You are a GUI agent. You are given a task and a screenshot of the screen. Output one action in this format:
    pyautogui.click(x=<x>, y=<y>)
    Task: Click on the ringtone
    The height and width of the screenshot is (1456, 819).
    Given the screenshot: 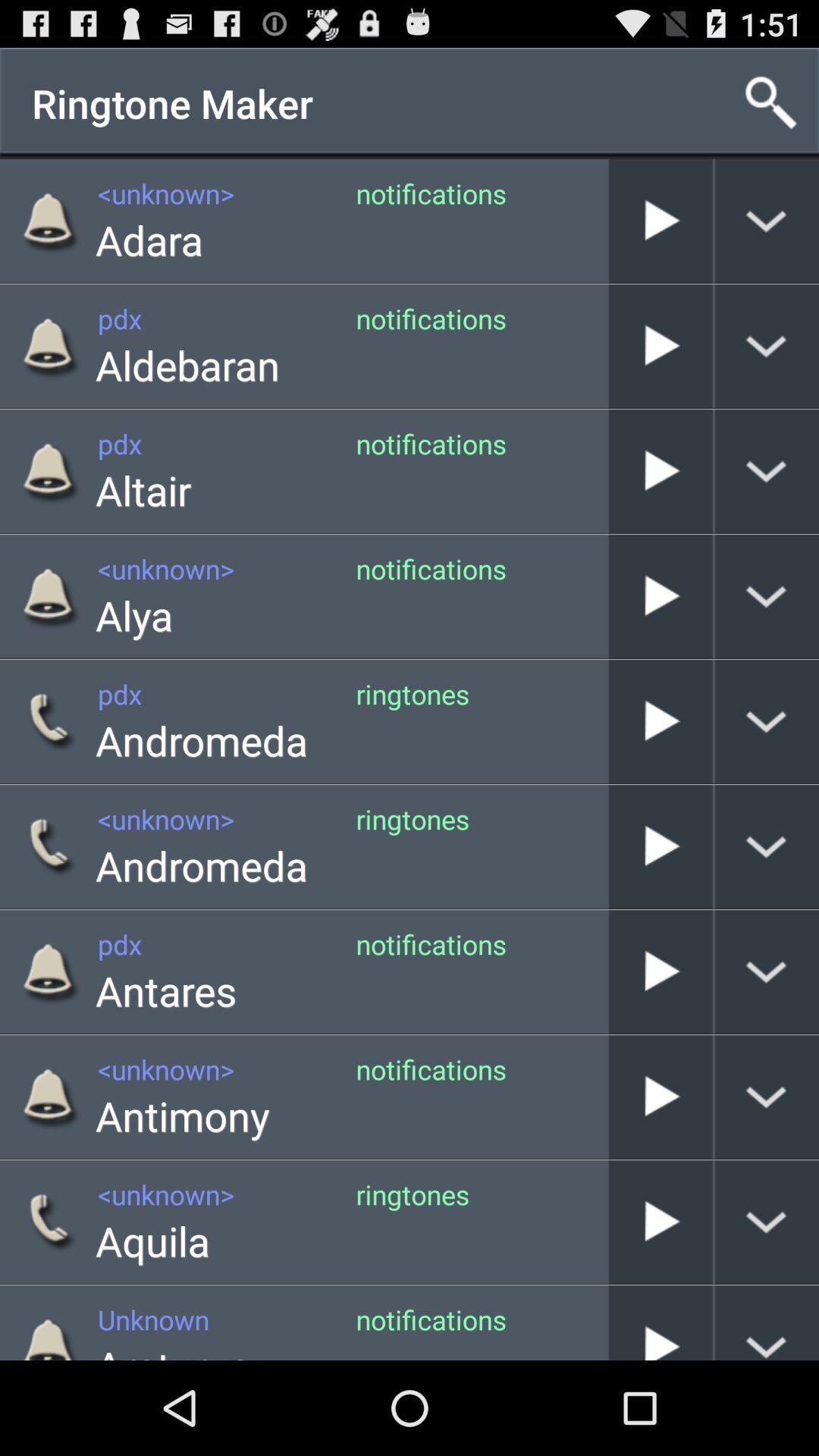 What is the action you would take?
    pyautogui.click(x=660, y=971)
    